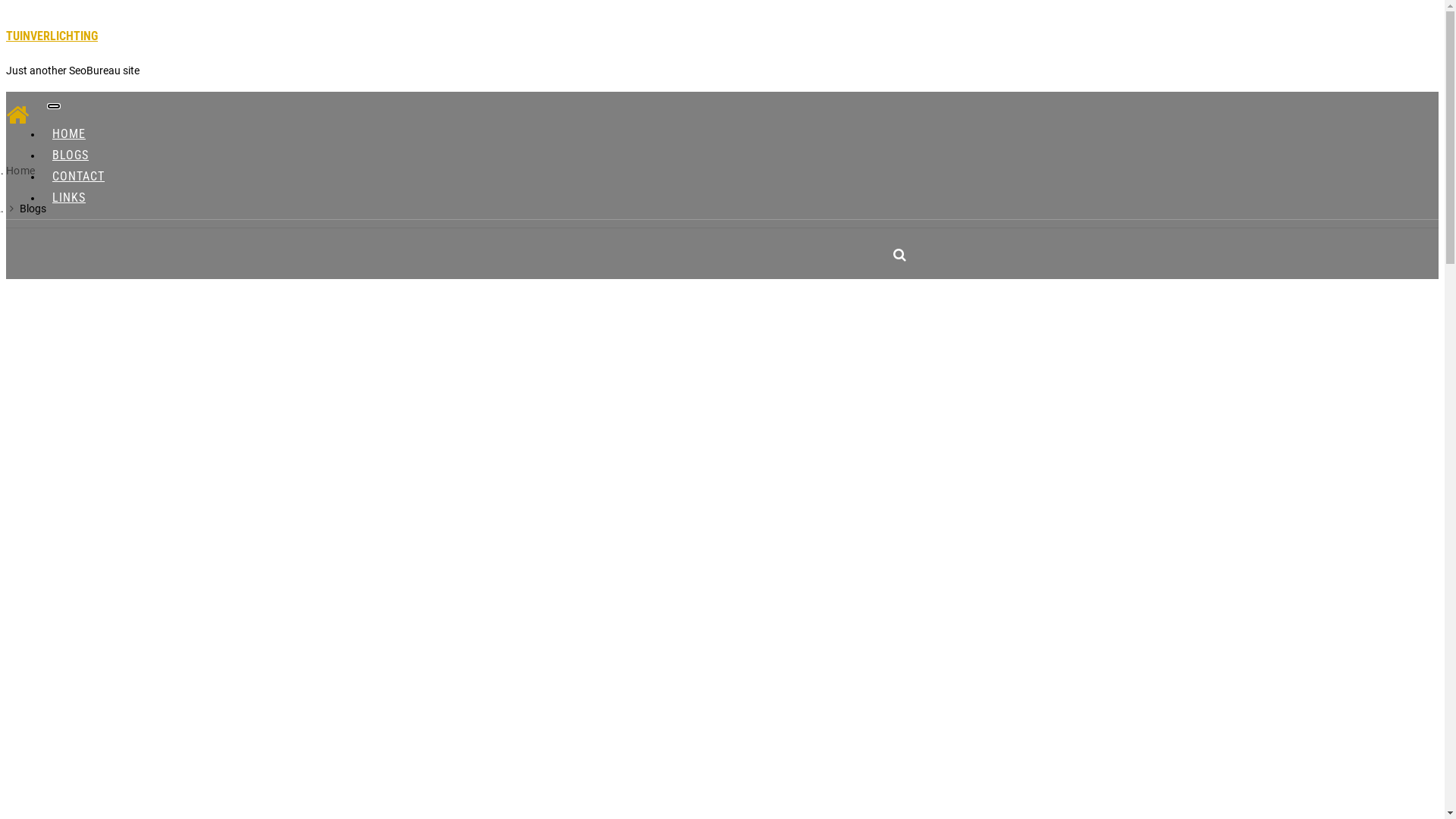  Describe the element at coordinates (54, 105) in the screenshot. I see `'Toggle navigation'` at that location.